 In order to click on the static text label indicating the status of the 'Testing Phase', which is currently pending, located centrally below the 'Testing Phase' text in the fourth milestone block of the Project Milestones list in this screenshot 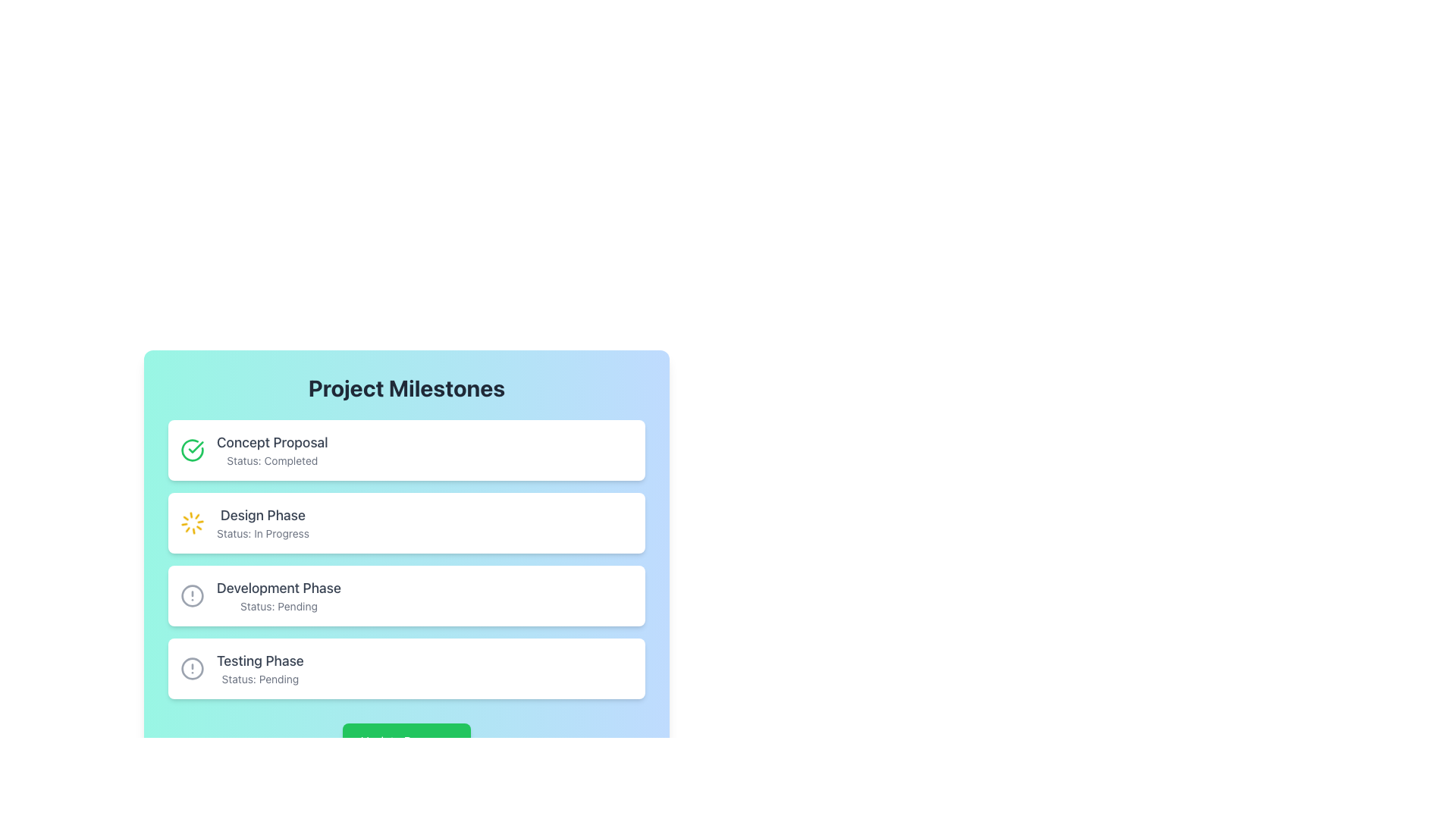, I will do `click(260, 678)`.